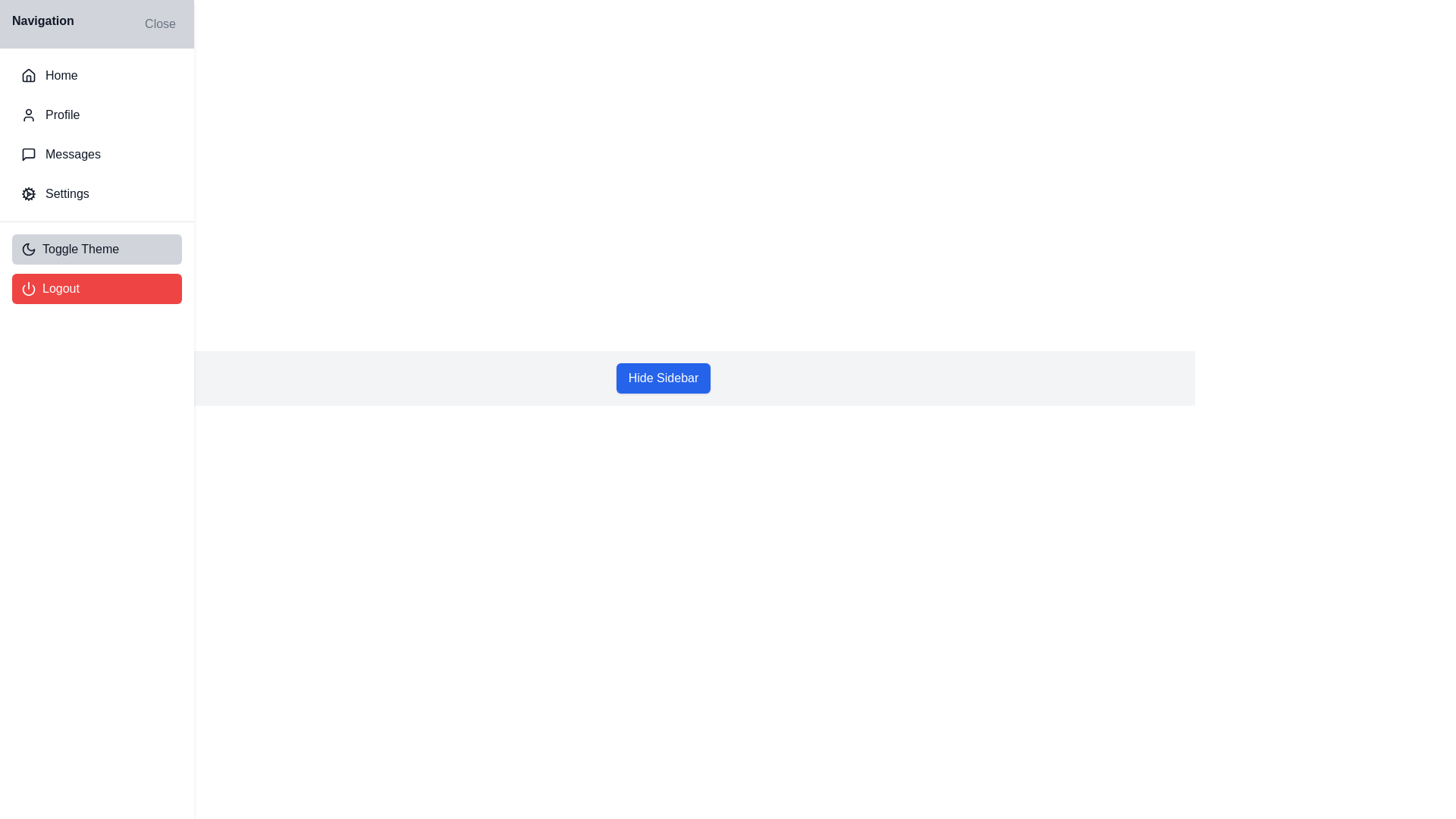 This screenshot has height=819, width=1456. What do you see at coordinates (96, 76) in the screenshot?
I see `the 'Home' Navigation Button located at the top of the vertical navigation menu` at bounding box center [96, 76].